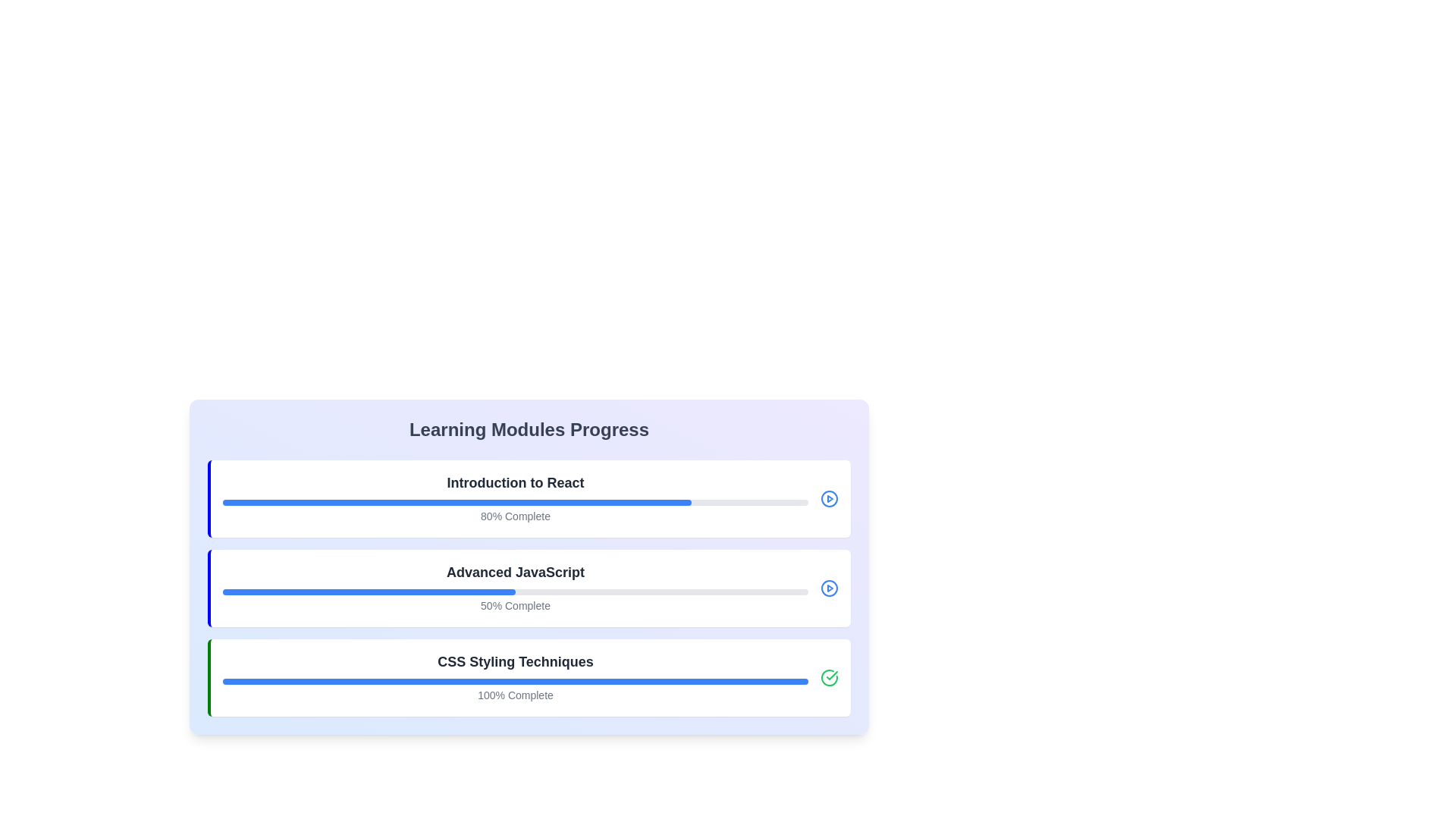 The image size is (1456, 819). What do you see at coordinates (516, 499) in the screenshot?
I see `progress percentage displayed on the progress bar for the 'Introduction to React' module, which is the first progress tracker under 'Learning Modules Progress'` at bounding box center [516, 499].